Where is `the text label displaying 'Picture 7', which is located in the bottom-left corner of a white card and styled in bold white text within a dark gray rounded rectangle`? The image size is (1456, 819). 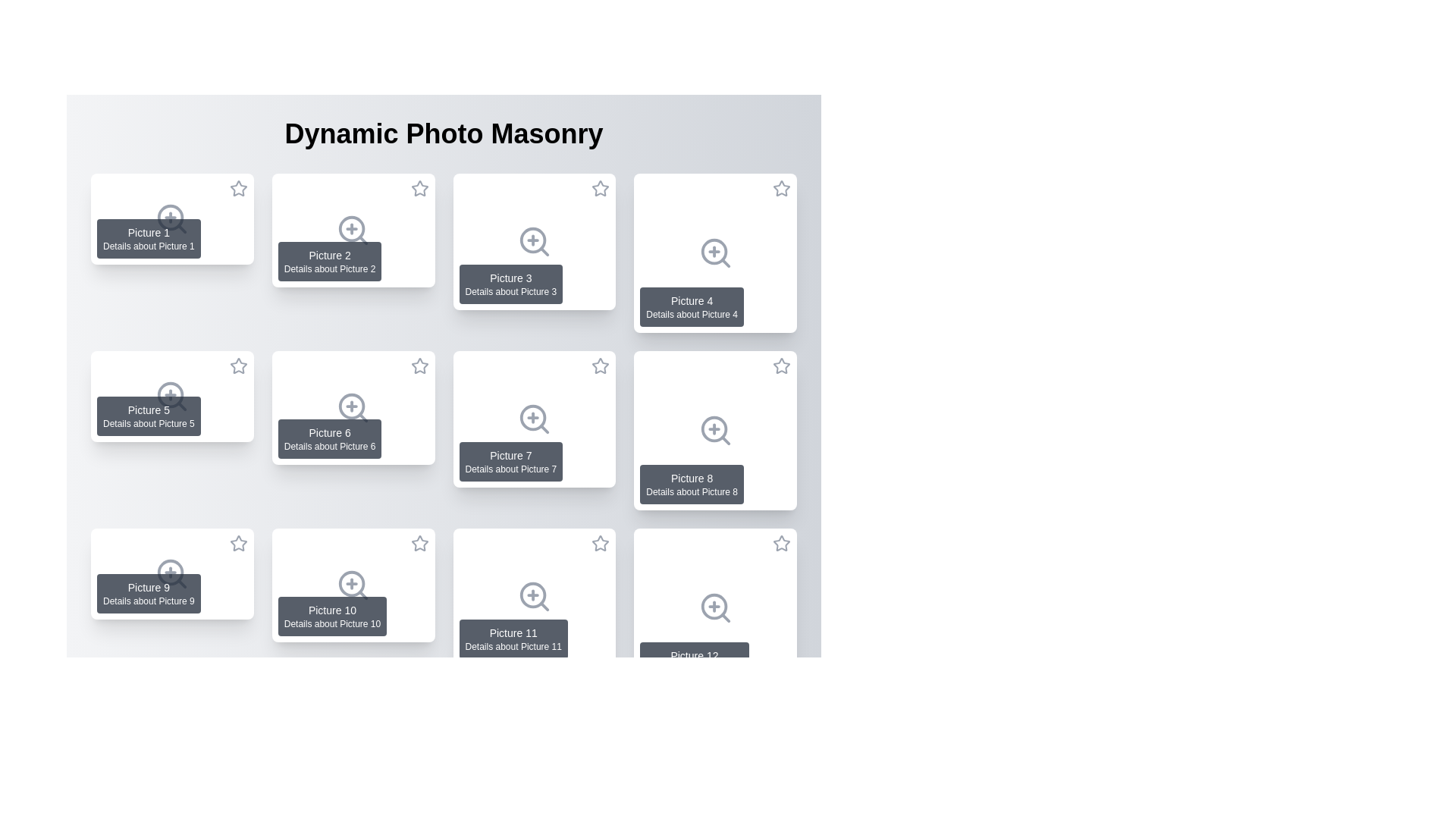
the text label displaying 'Picture 7', which is located in the bottom-left corner of a white card and styled in bold white text within a dark gray rounded rectangle is located at coordinates (510, 455).